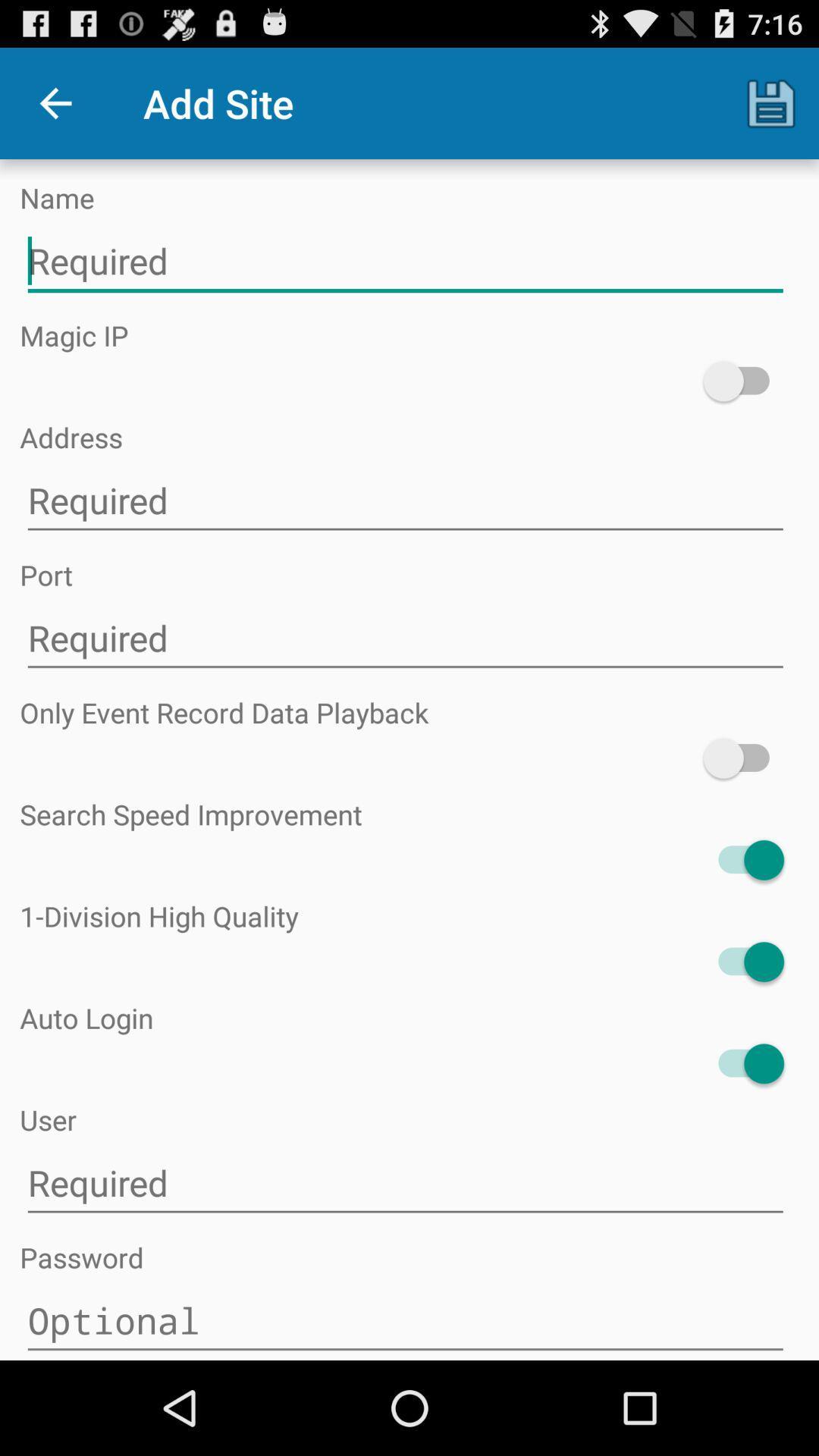 This screenshot has height=1456, width=819. I want to click on enable magic ip feature, so click(742, 381).